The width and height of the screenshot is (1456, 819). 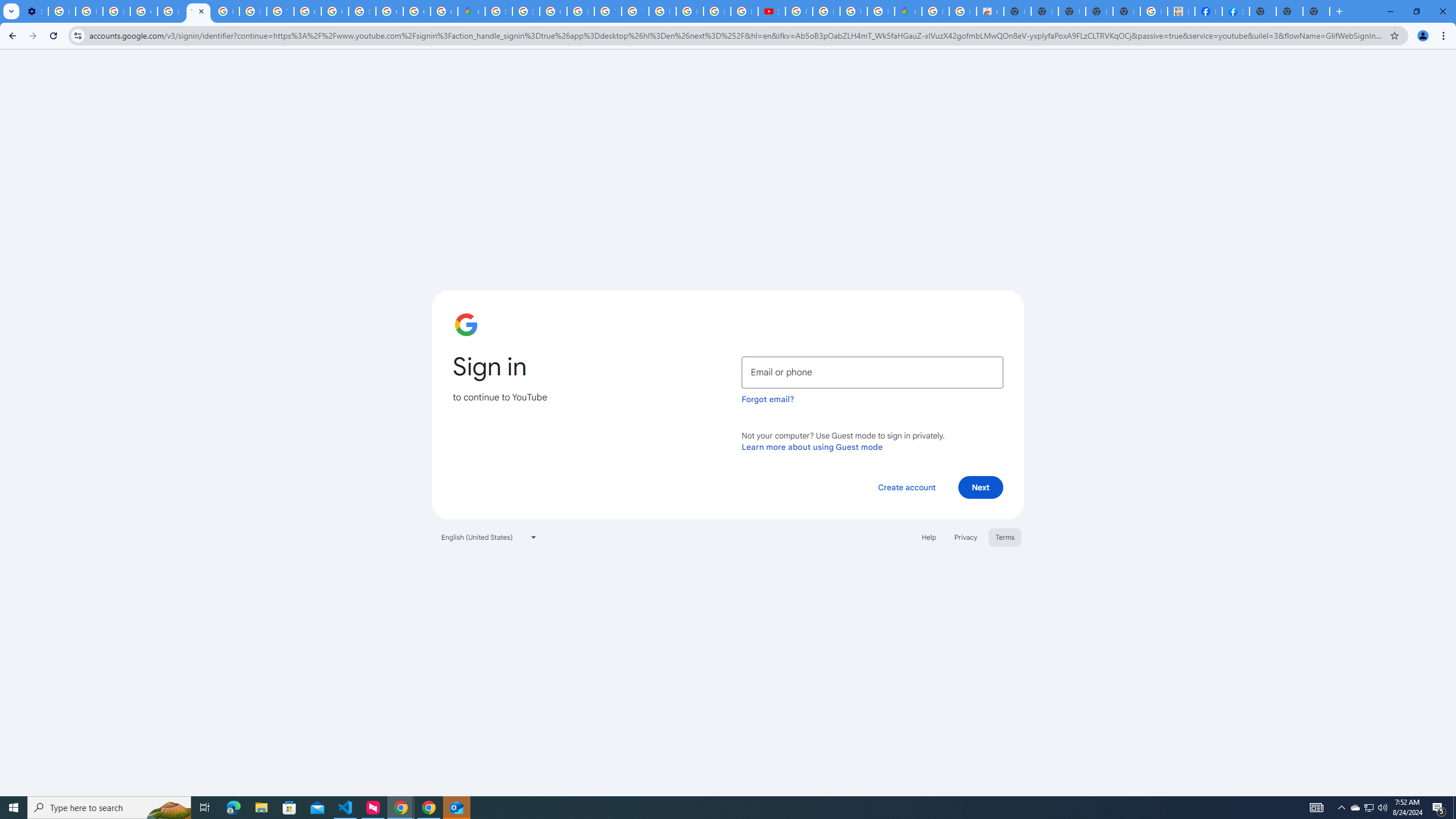 What do you see at coordinates (1316, 11) in the screenshot?
I see `'New Tab'` at bounding box center [1316, 11].